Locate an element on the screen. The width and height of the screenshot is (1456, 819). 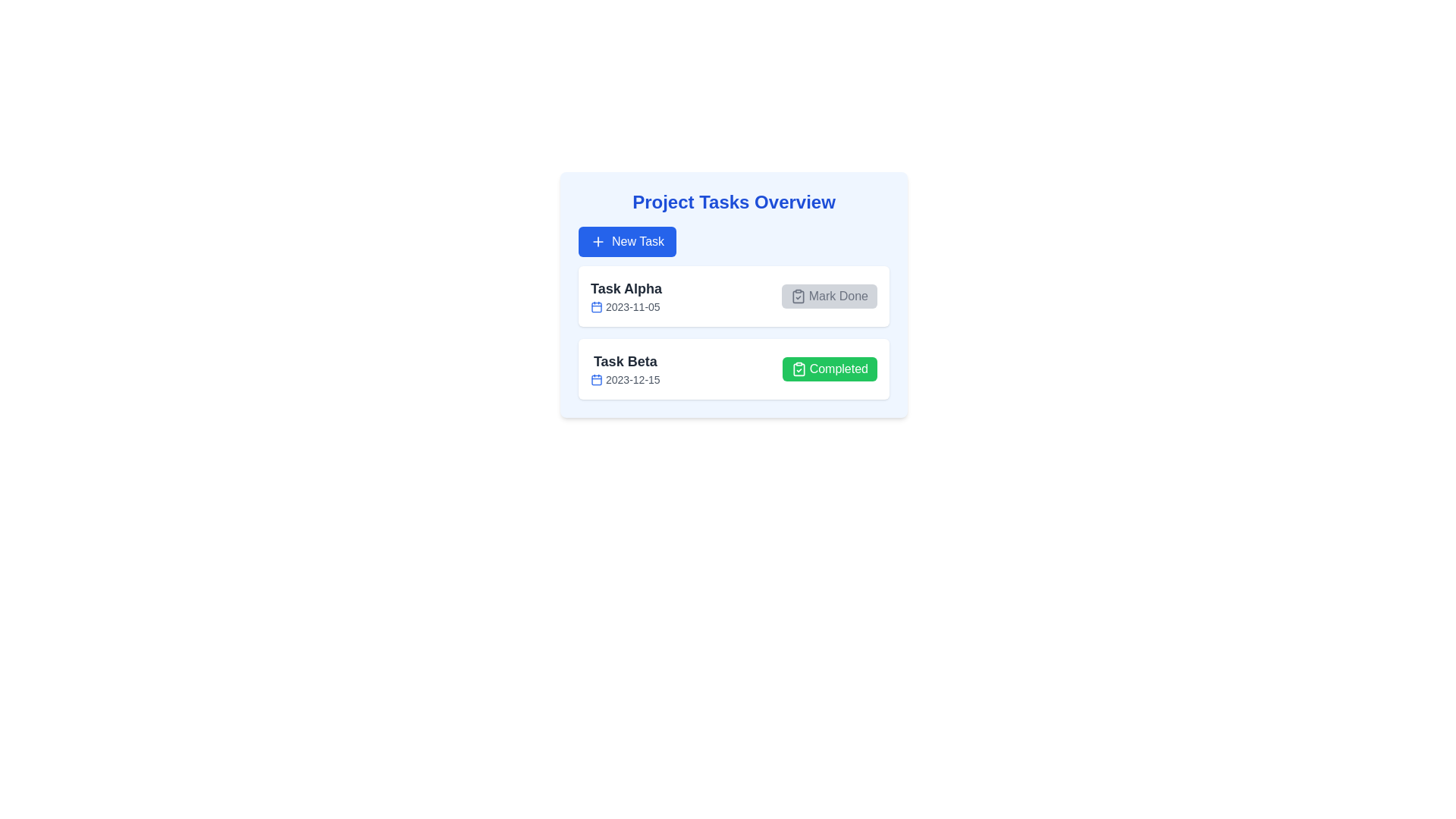
the title text on the second task card is located at coordinates (625, 369).